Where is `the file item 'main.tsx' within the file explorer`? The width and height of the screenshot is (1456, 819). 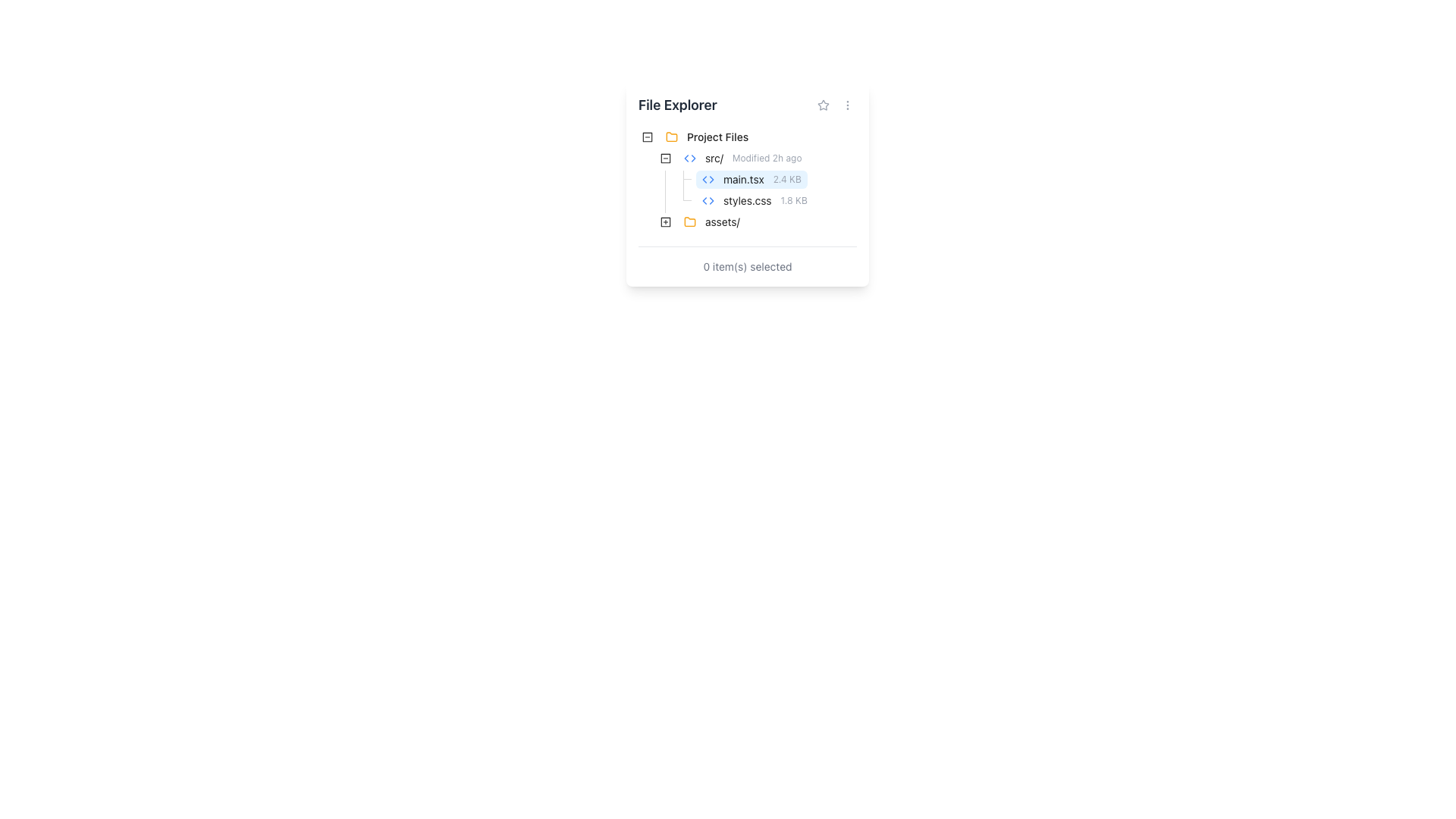 the file item 'main.tsx' within the file explorer is located at coordinates (752, 178).